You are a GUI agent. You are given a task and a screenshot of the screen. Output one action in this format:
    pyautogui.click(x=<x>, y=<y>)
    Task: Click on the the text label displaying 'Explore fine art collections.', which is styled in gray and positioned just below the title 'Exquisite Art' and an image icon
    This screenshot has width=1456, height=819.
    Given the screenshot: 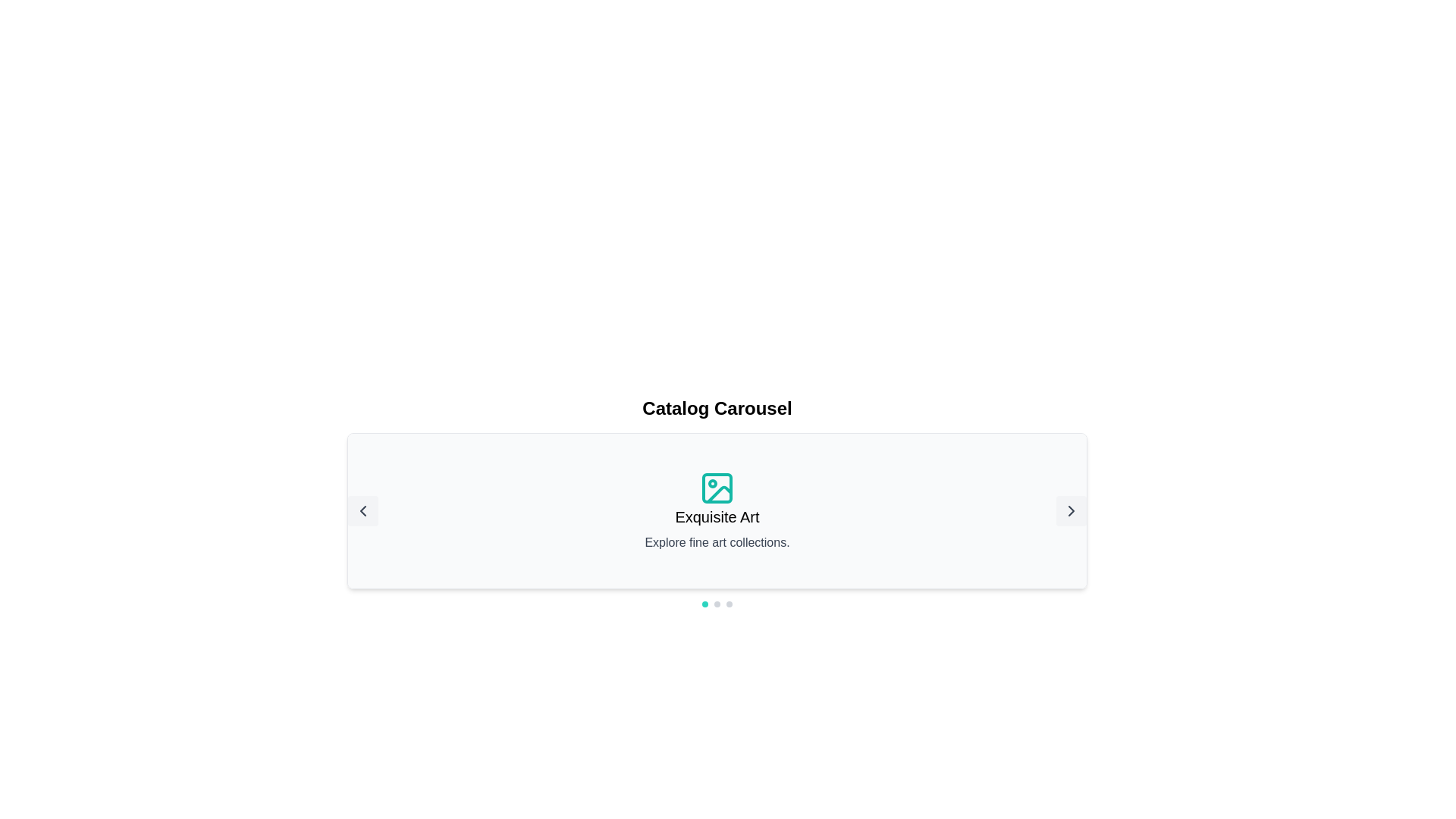 What is the action you would take?
    pyautogui.click(x=716, y=542)
    